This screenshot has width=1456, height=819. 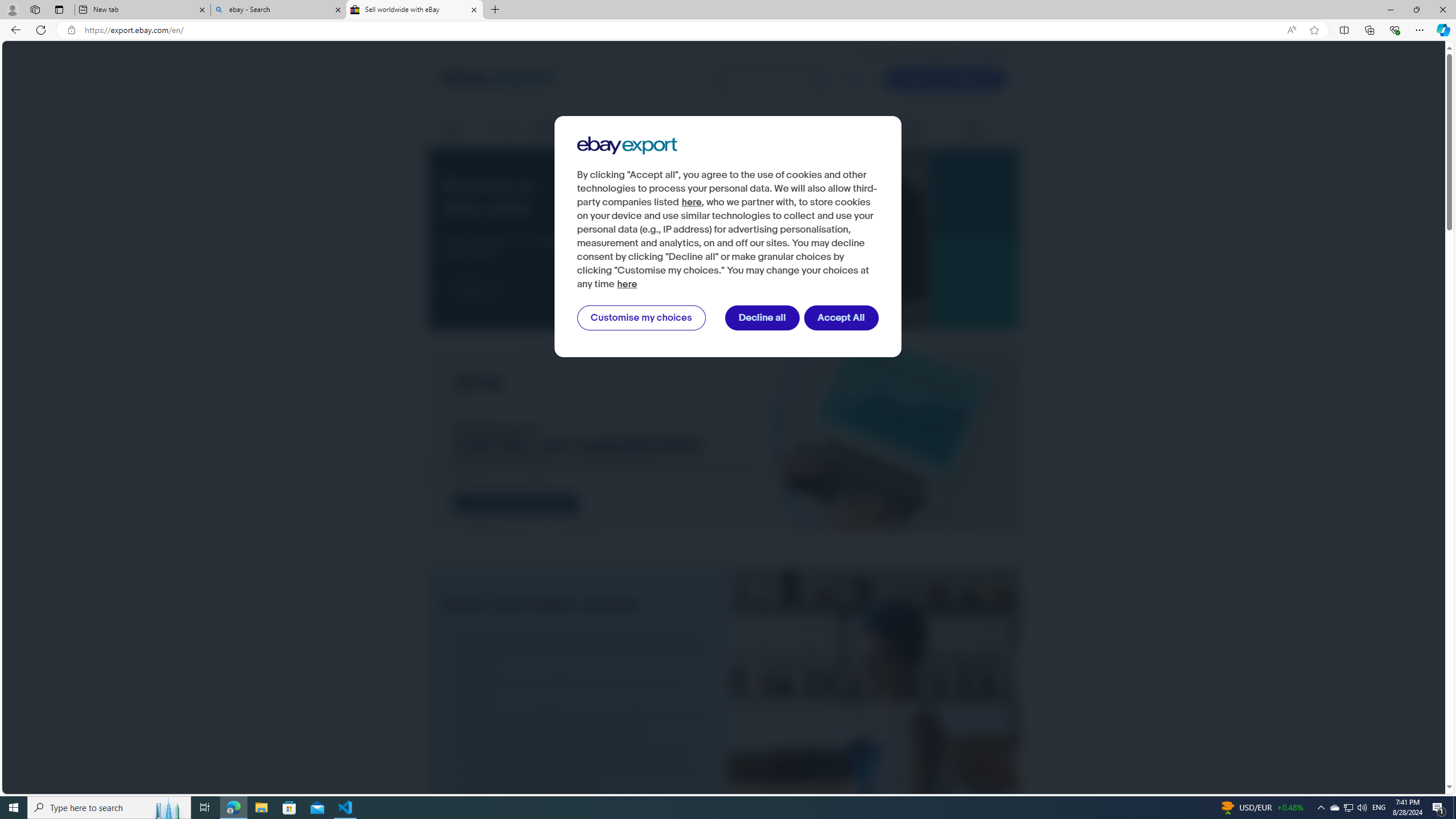 What do you see at coordinates (1394, 29) in the screenshot?
I see `'Browser essentials'` at bounding box center [1394, 29].